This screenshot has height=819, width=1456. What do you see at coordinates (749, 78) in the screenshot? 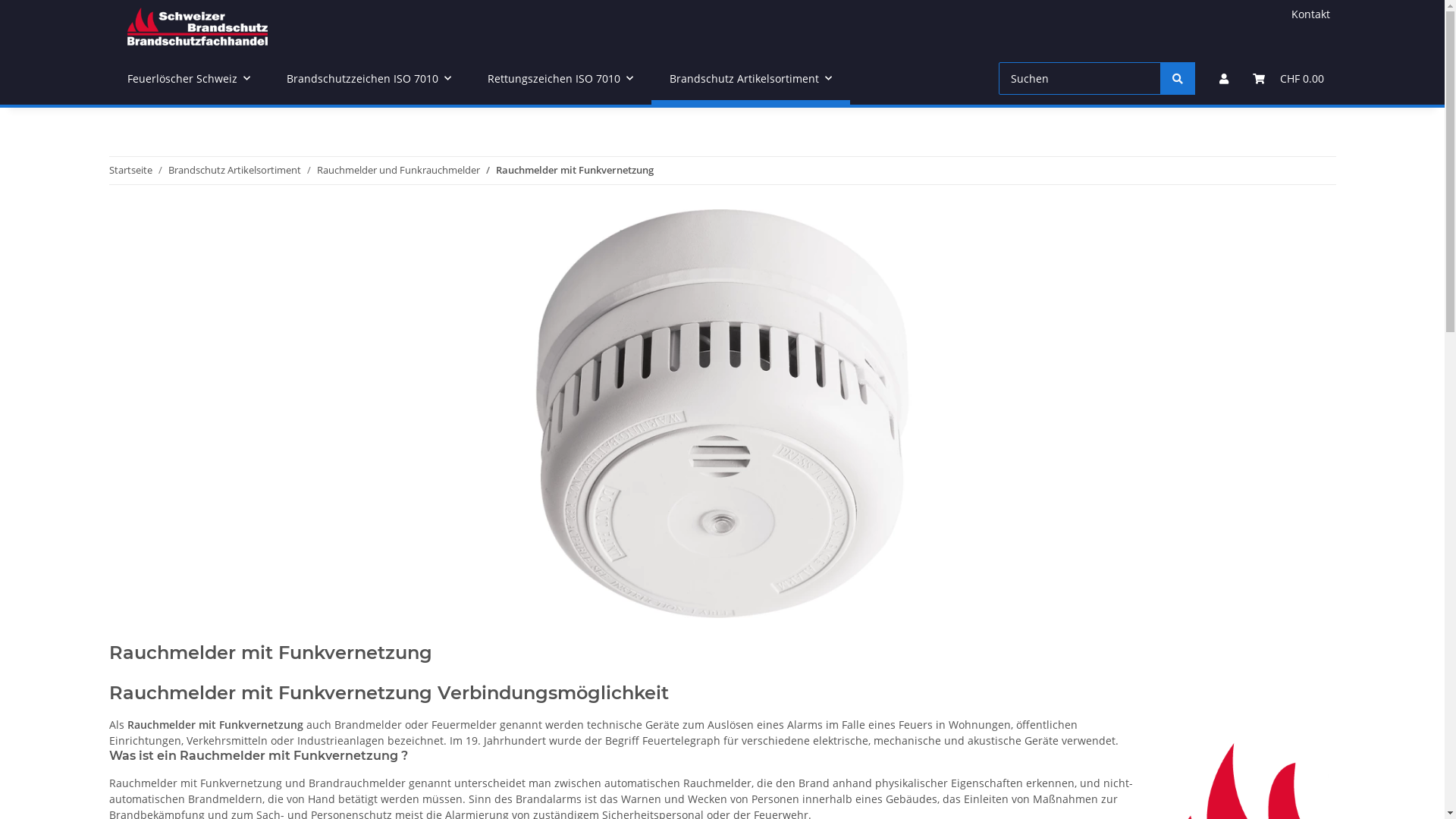
I see `'Brandschutz Artikelsortiment'` at bounding box center [749, 78].